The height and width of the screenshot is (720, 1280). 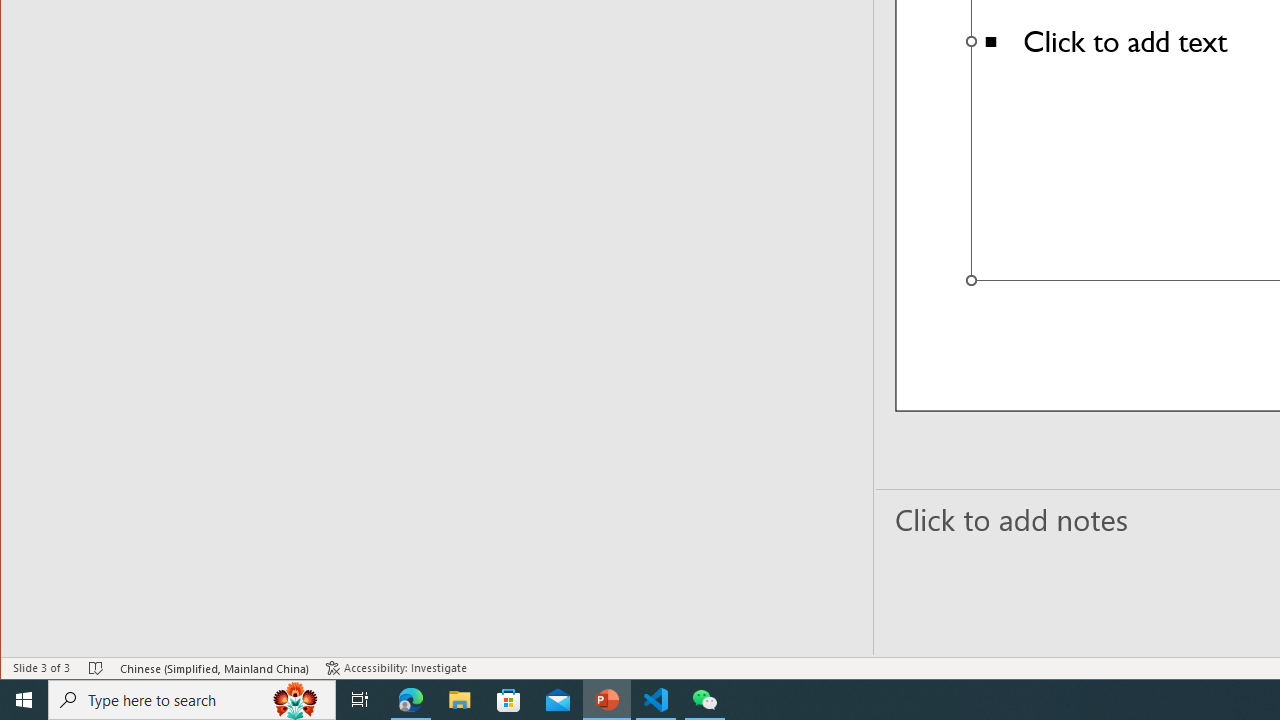 What do you see at coordinates (656, 698) in the screenshot?
I see `'Visual Studio Code - 1 running window'` at bounding box center [656, 698].